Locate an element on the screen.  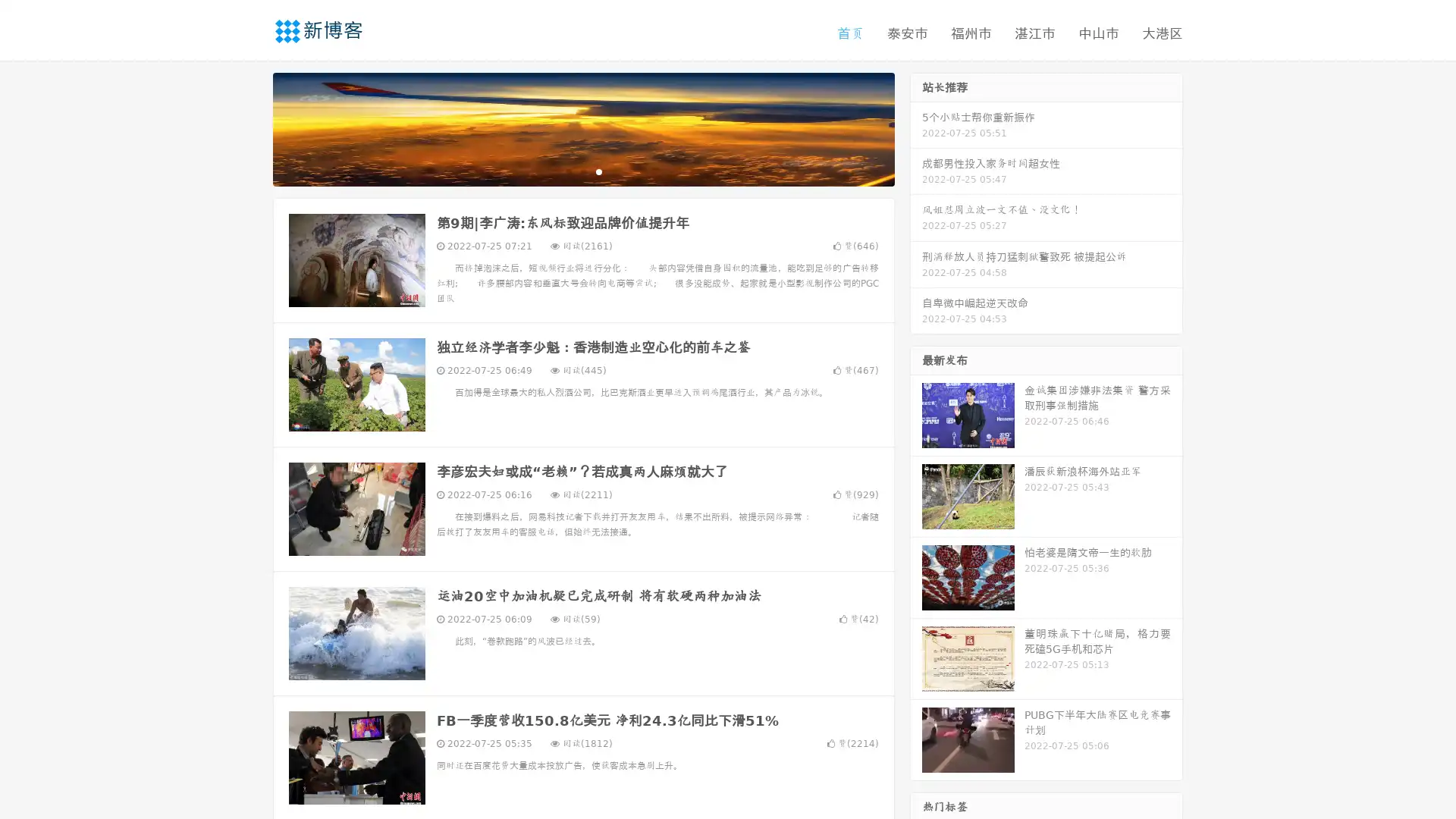
Go to slide 2 is located at coordinates (582, 171).